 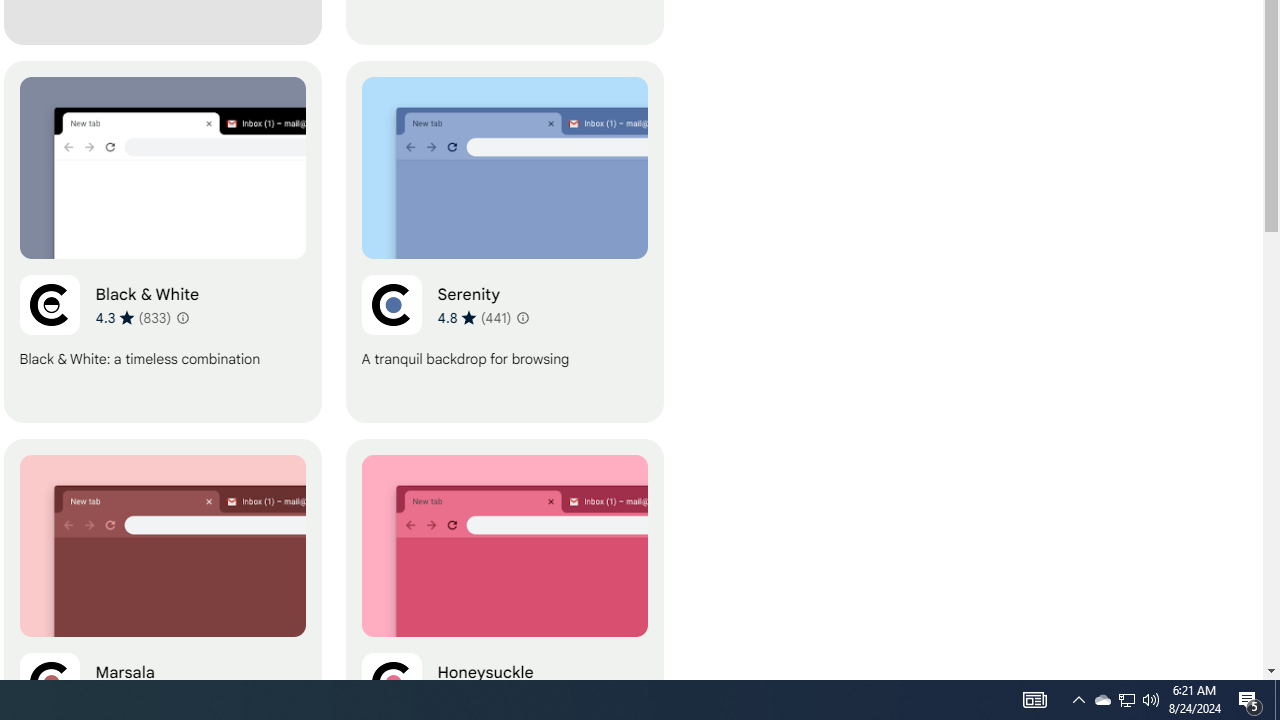 I want to click on 'Average rating 4.8 out of 5 stars. 441 ratings.', so click(x=473, y=316).